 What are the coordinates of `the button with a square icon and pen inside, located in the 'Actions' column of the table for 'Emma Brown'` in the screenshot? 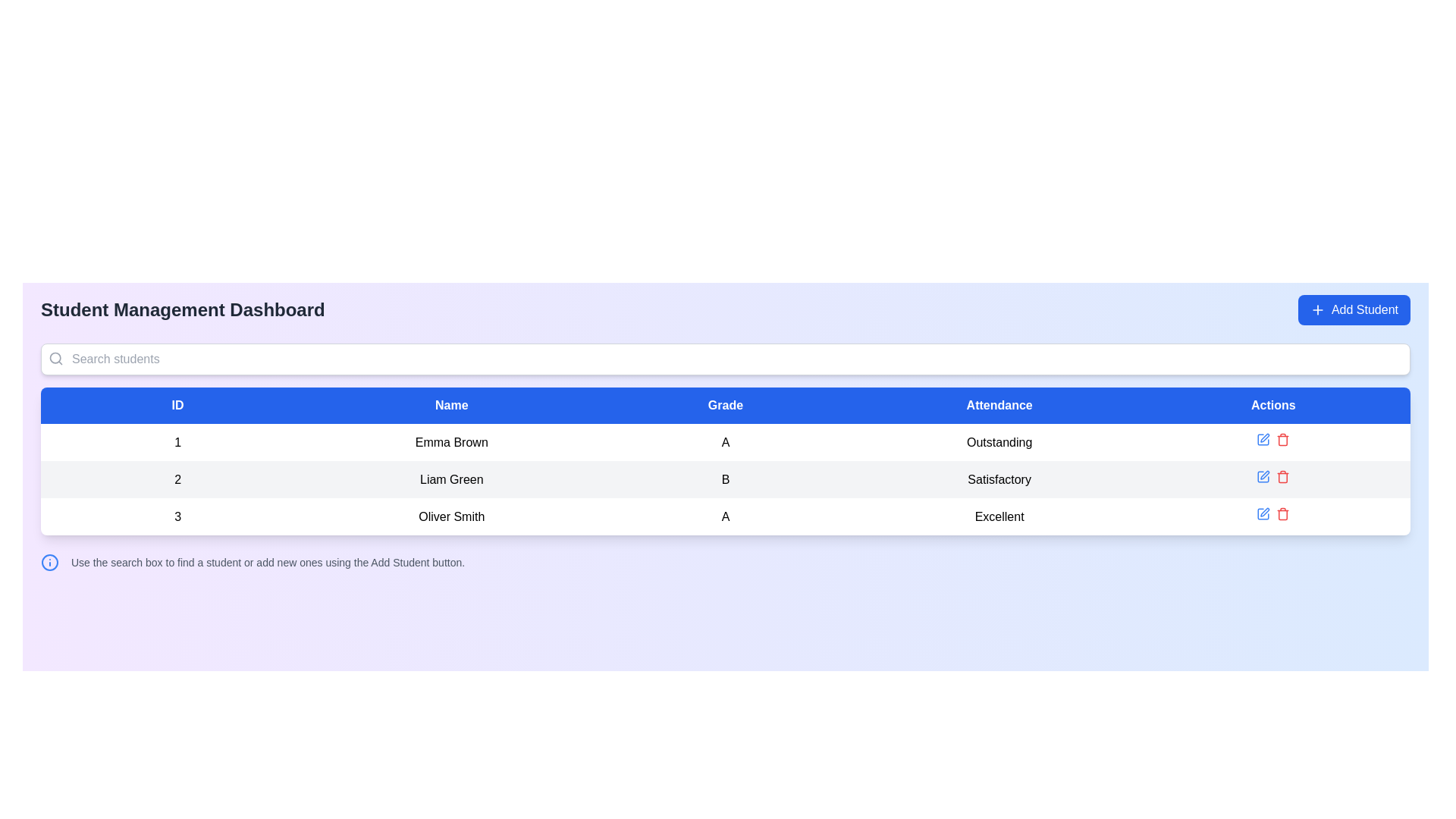 It's located at (1263, 439).